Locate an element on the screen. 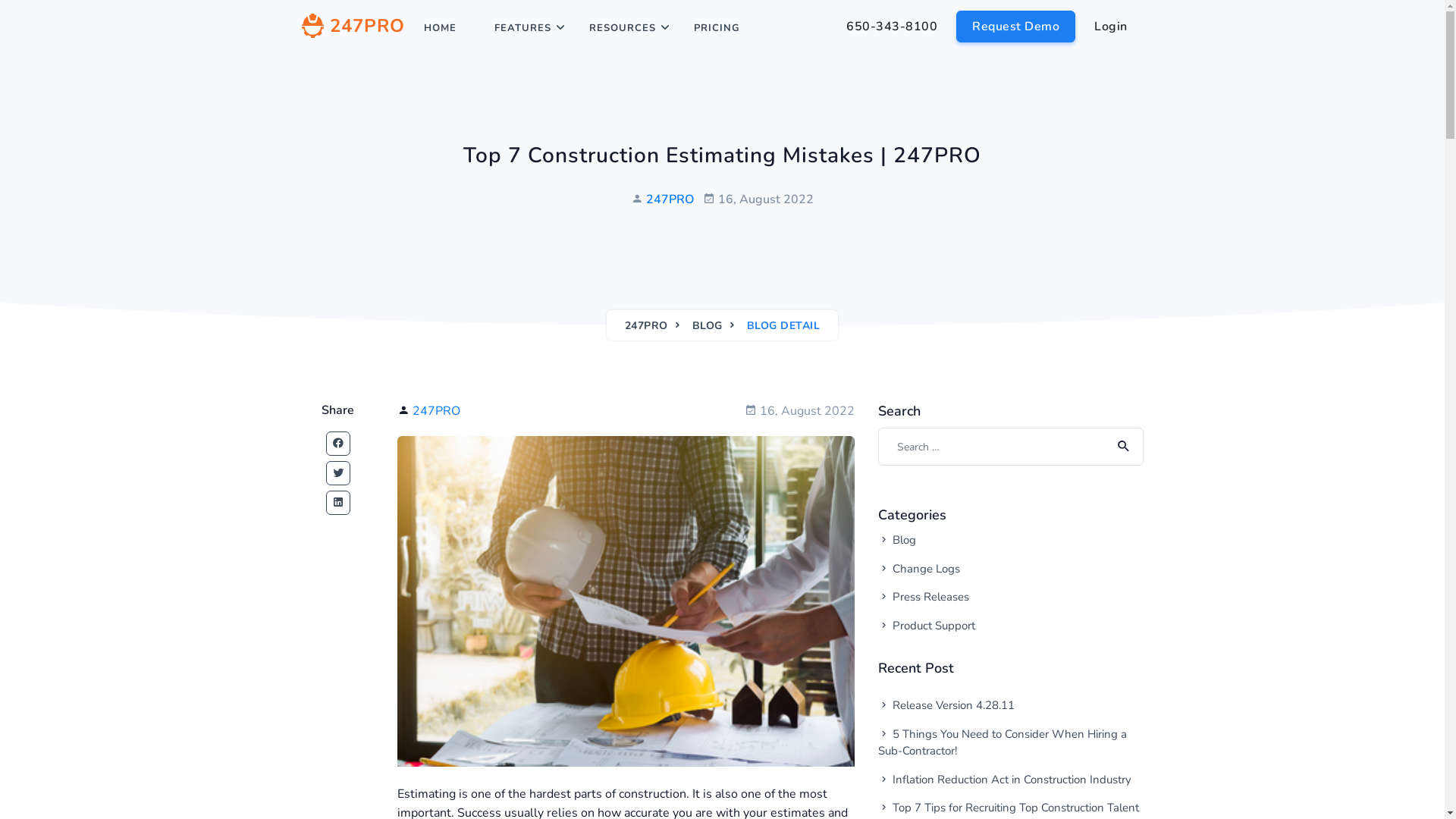  '247PRO' is located at coordinates (669, 198).